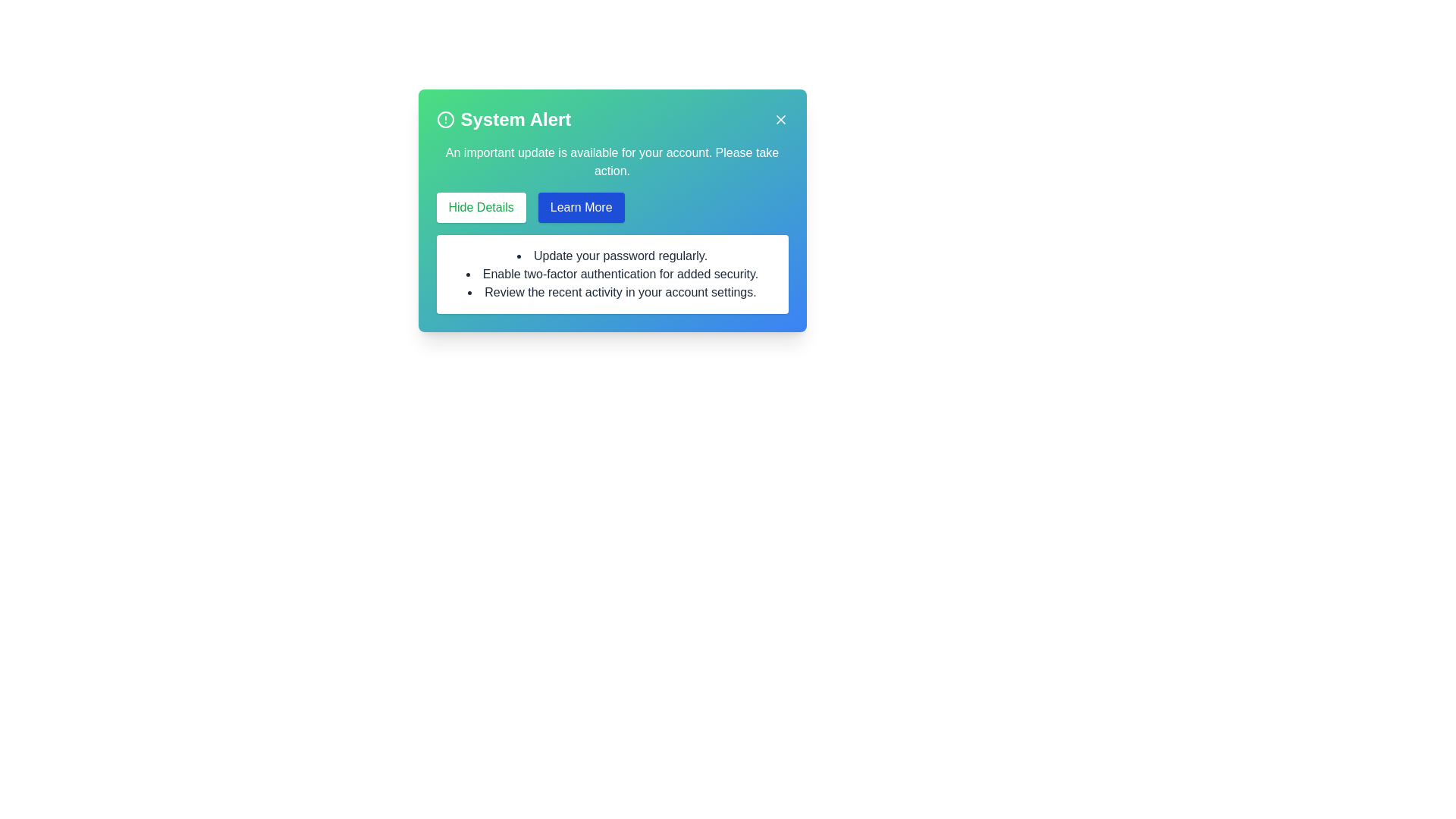 Image resolution: width=1456 pixels, height=819 pixels. I want to click on the close button on the Banner Component, so click(612, 119).